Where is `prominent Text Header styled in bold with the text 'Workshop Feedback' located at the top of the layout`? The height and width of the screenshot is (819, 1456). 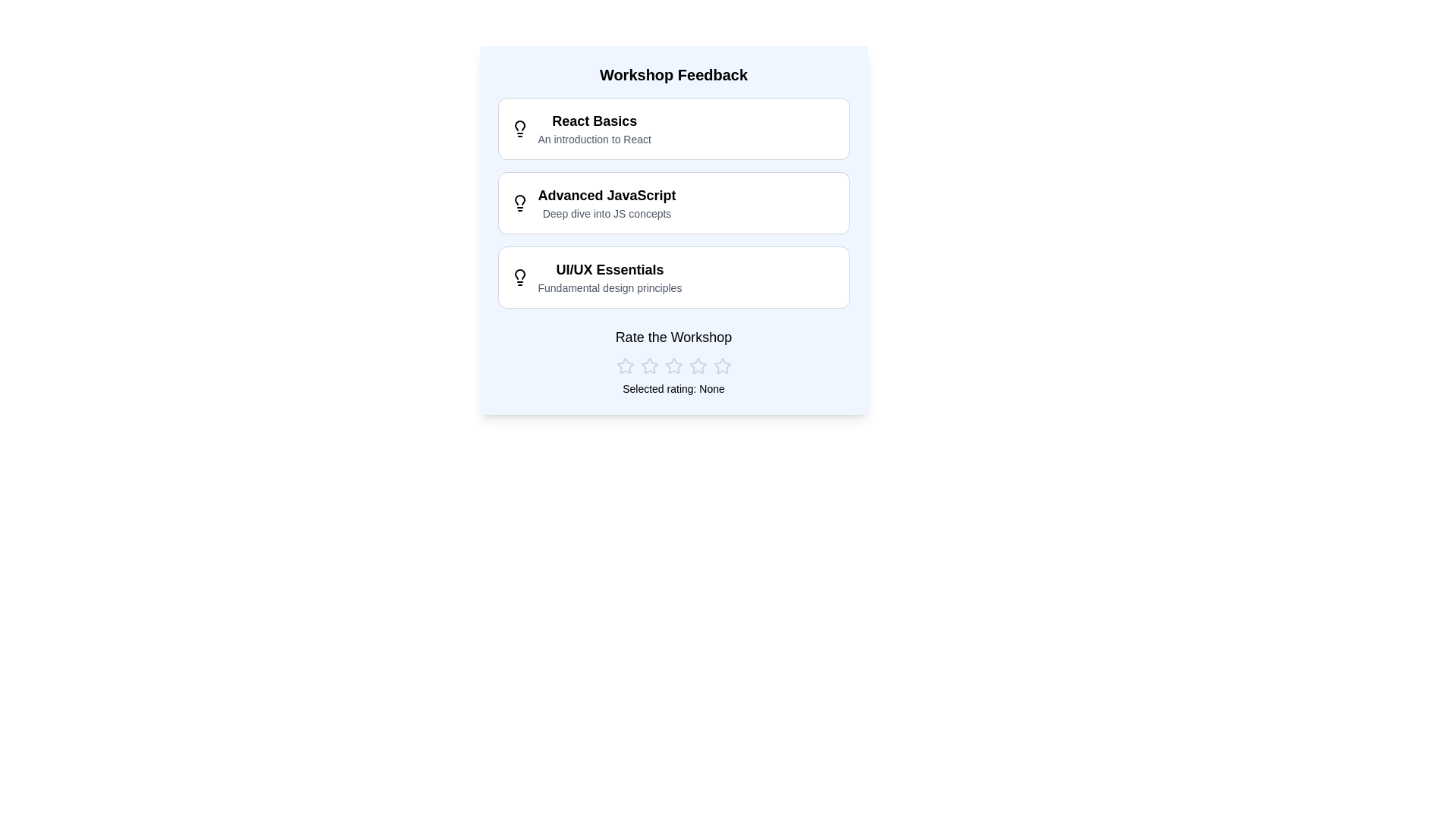
prominent Text Header styled in bold with the text 'Workshop Feedback' located at the top of the layout is located at coordinates (673, 75).